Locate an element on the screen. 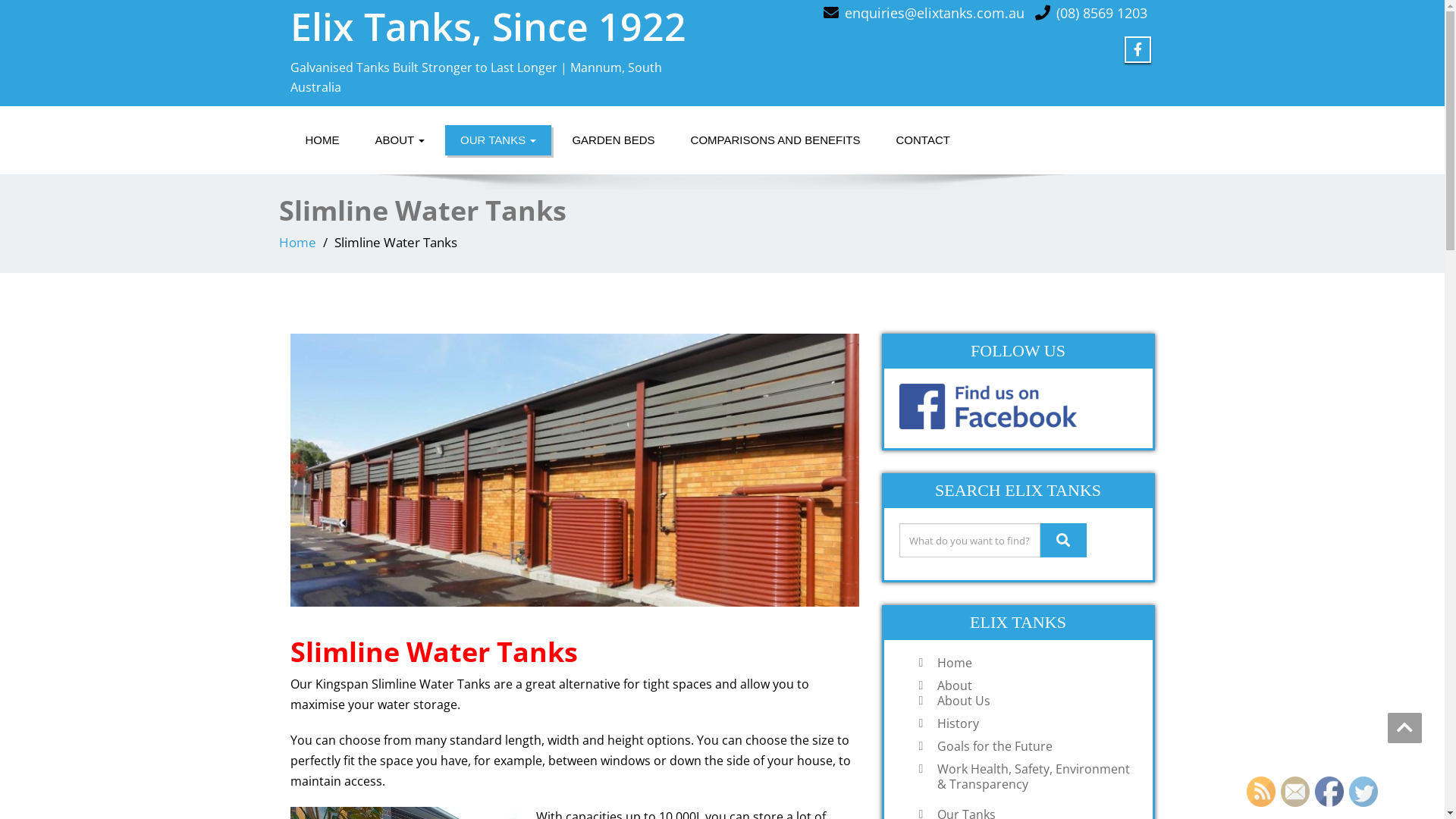  'Facebook' is located at coordinates (1328, 791).